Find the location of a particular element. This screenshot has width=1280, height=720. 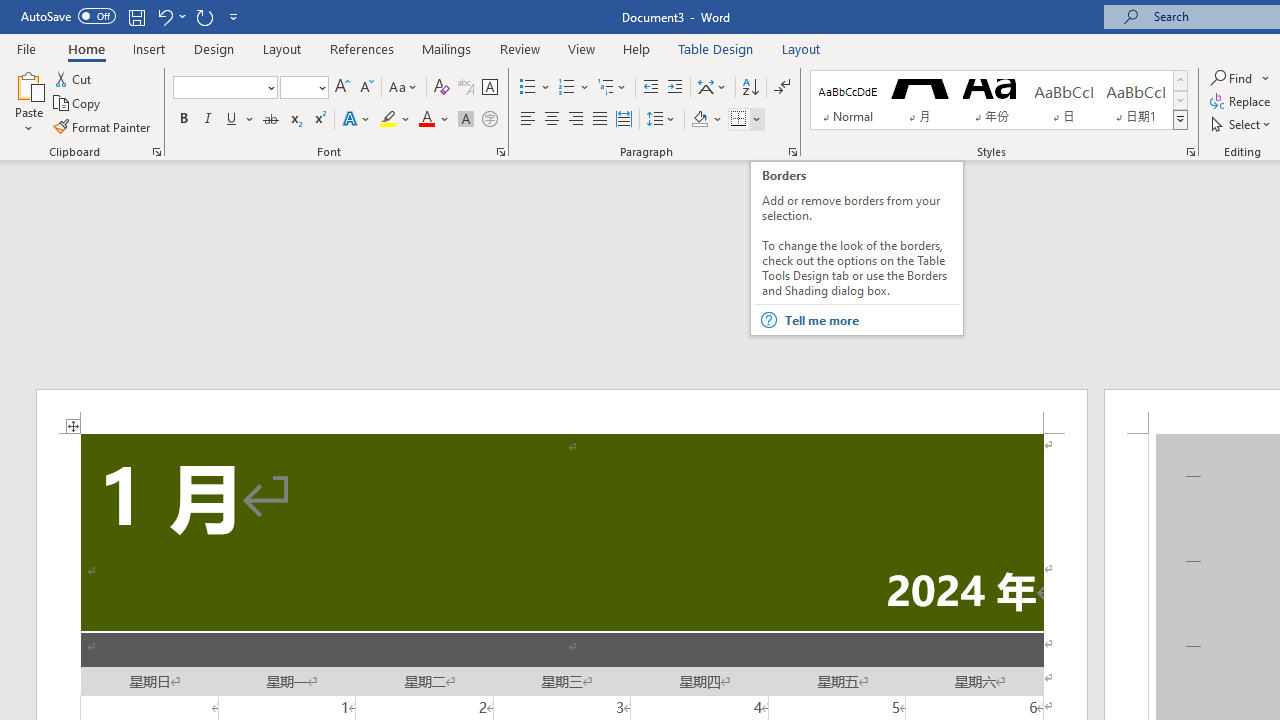

'Copy' is located at coordinates (78, 103).